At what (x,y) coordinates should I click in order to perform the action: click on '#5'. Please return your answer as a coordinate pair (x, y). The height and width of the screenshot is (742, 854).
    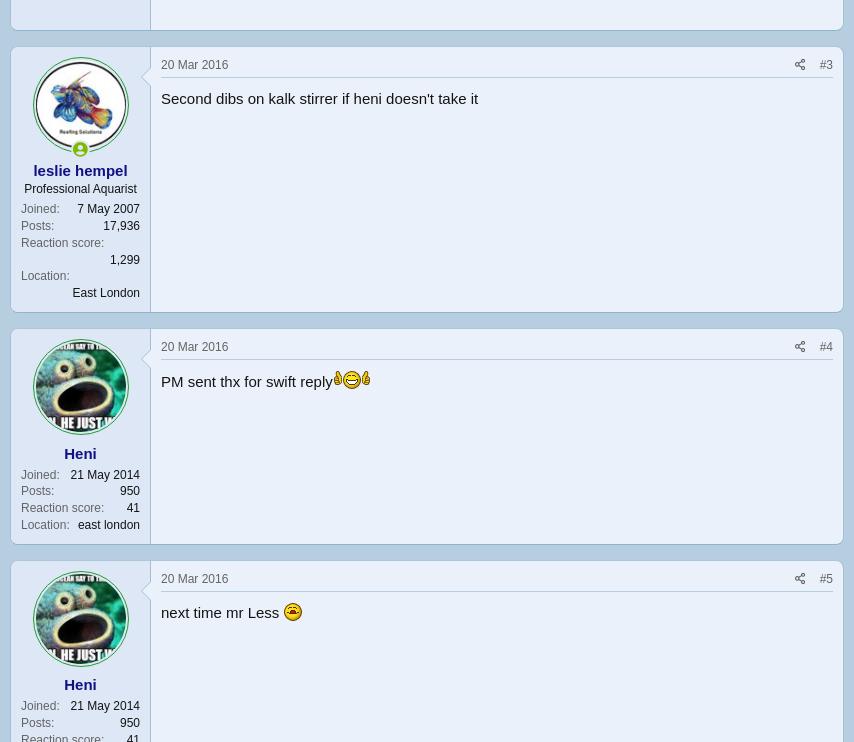
    Looking at the image, I should click on (817, 578).